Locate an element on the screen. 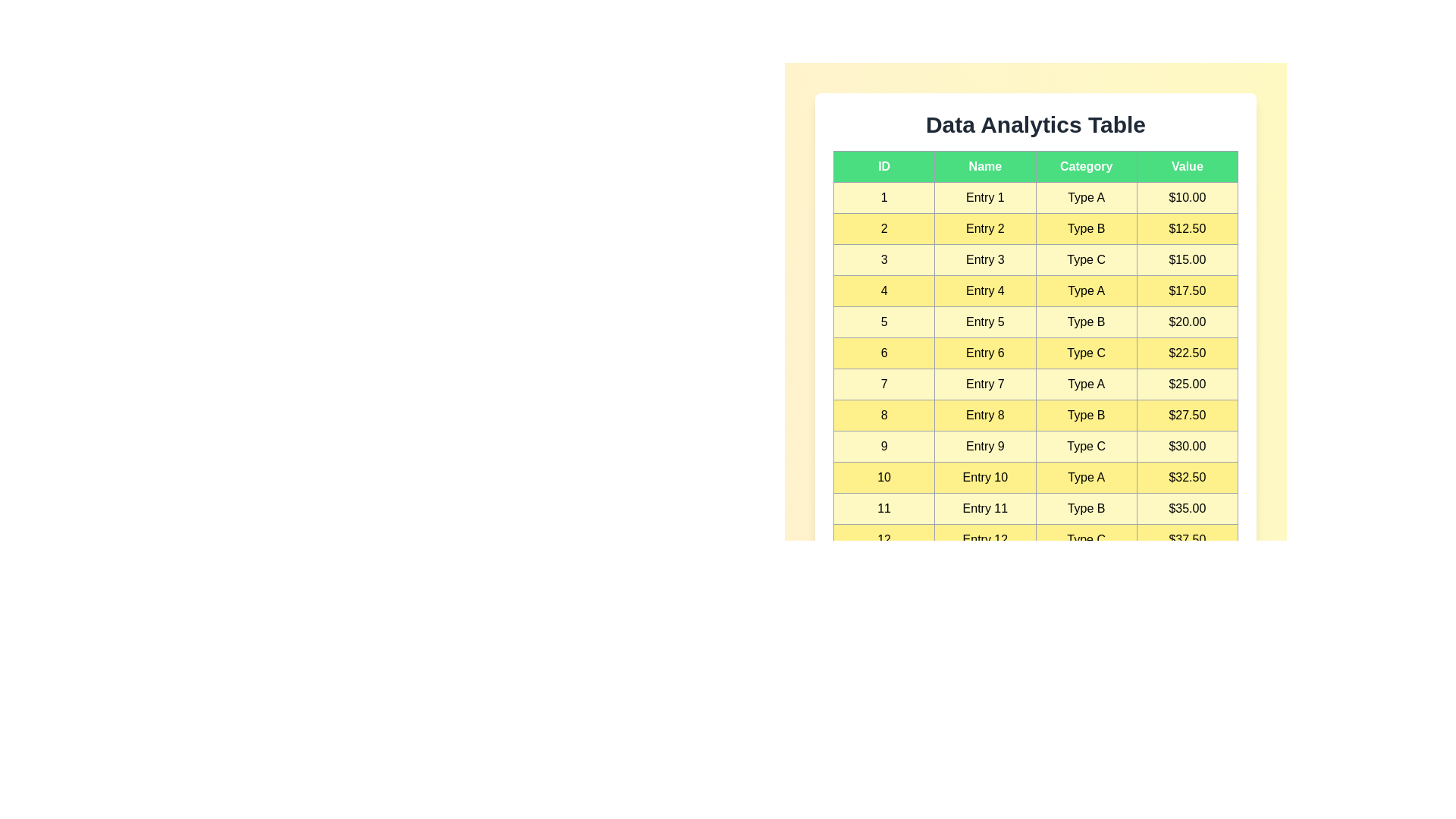 Image resolution: width=1456 pixels, height=819 pixels. the column header Category to sort rows is located at coordinates (1085, 166).